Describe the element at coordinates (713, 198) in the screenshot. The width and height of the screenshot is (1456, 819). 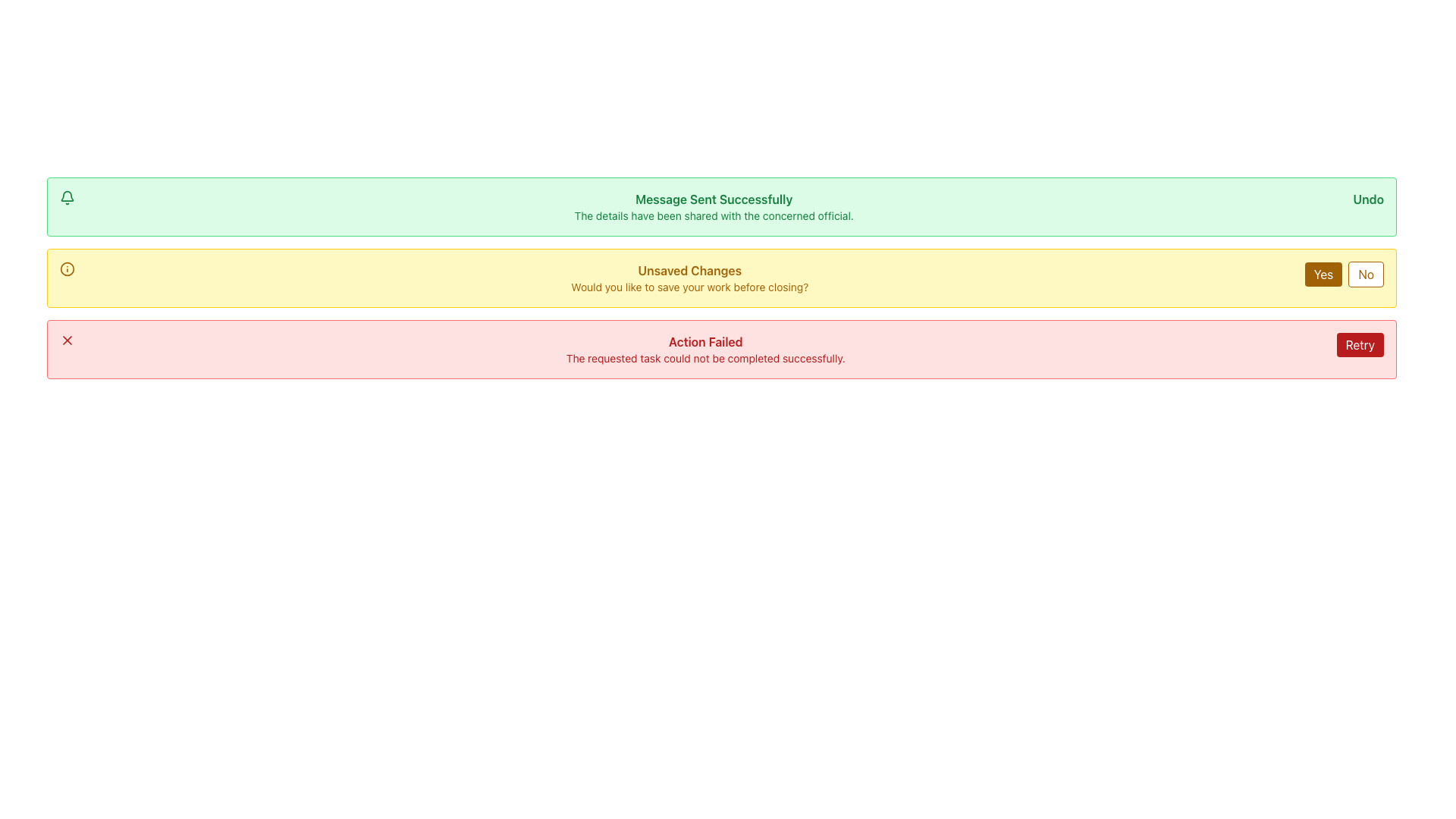
I see `the confirmation message text that indicates successful delivery of the user's sent message, located at the top of the green box containing two text lines` at that location.